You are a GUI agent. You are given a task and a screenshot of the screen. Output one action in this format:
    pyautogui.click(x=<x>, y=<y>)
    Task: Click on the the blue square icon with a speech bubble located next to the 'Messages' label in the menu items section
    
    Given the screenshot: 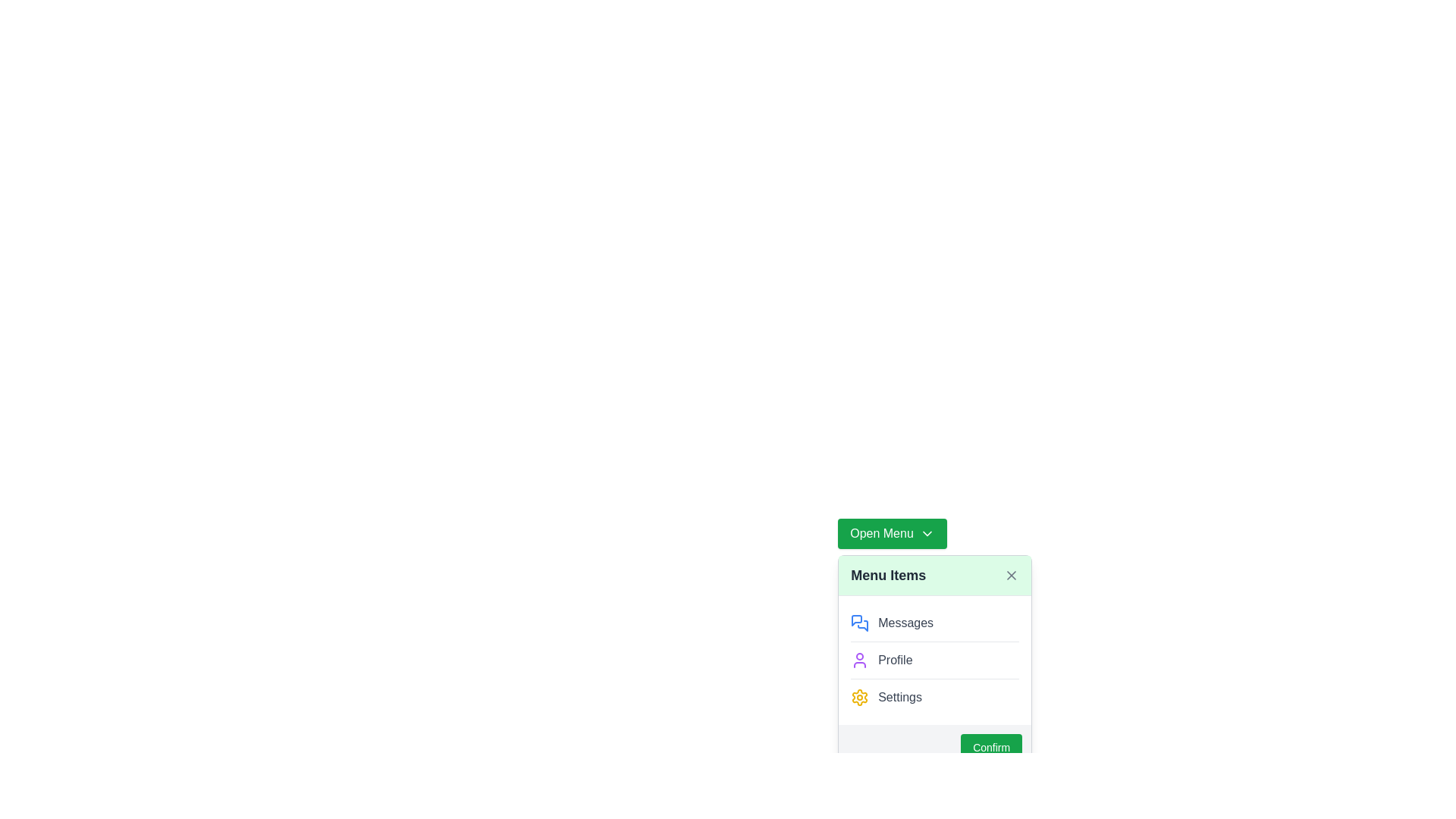 What is the action you would take?
    pyautogui.click(x=857, y=620)
    